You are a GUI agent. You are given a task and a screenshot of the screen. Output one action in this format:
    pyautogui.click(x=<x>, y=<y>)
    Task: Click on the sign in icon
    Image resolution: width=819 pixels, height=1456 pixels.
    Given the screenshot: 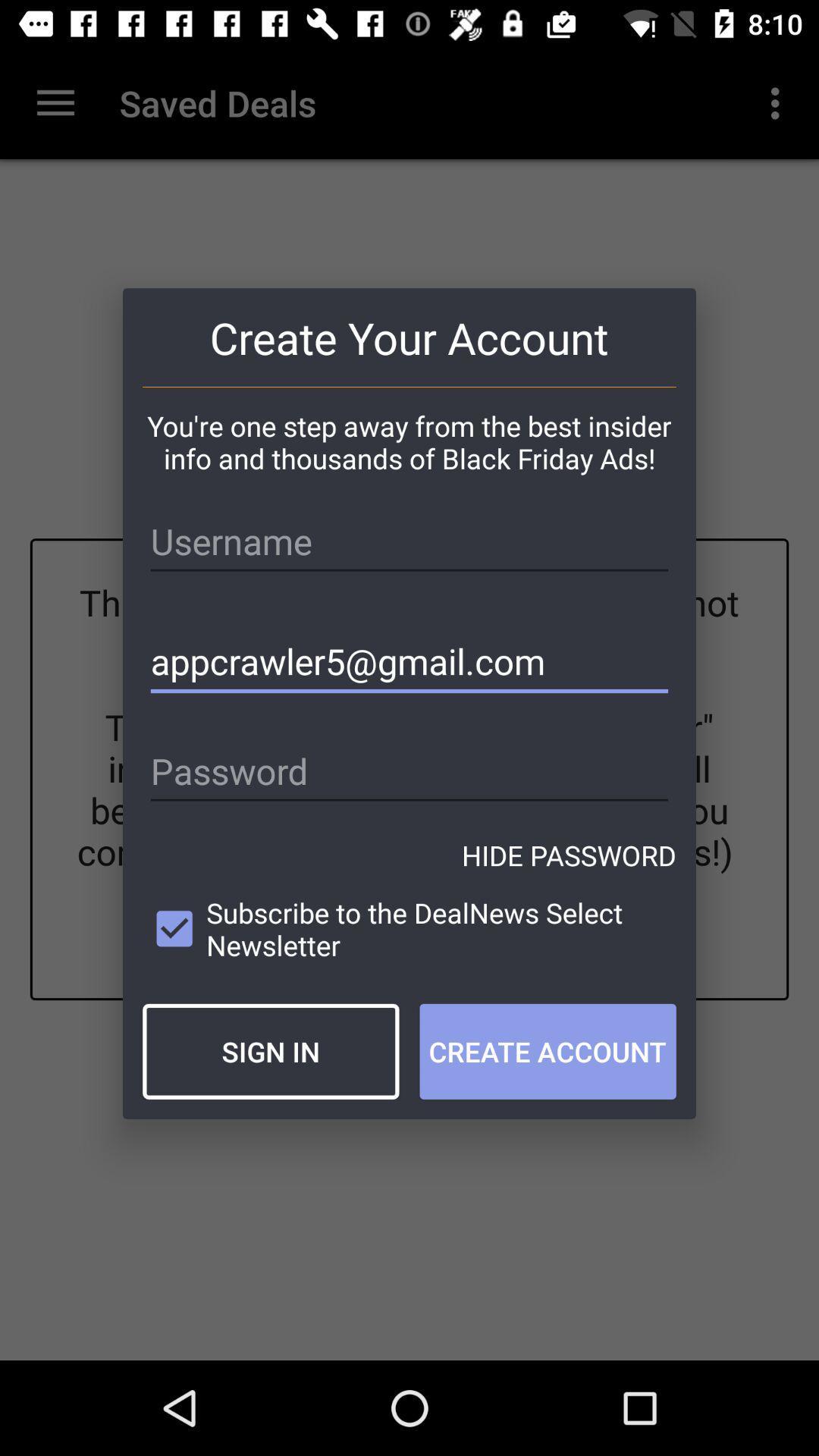 What is the action you would take?
    pyautogui.click(x=270, y=1050)
    